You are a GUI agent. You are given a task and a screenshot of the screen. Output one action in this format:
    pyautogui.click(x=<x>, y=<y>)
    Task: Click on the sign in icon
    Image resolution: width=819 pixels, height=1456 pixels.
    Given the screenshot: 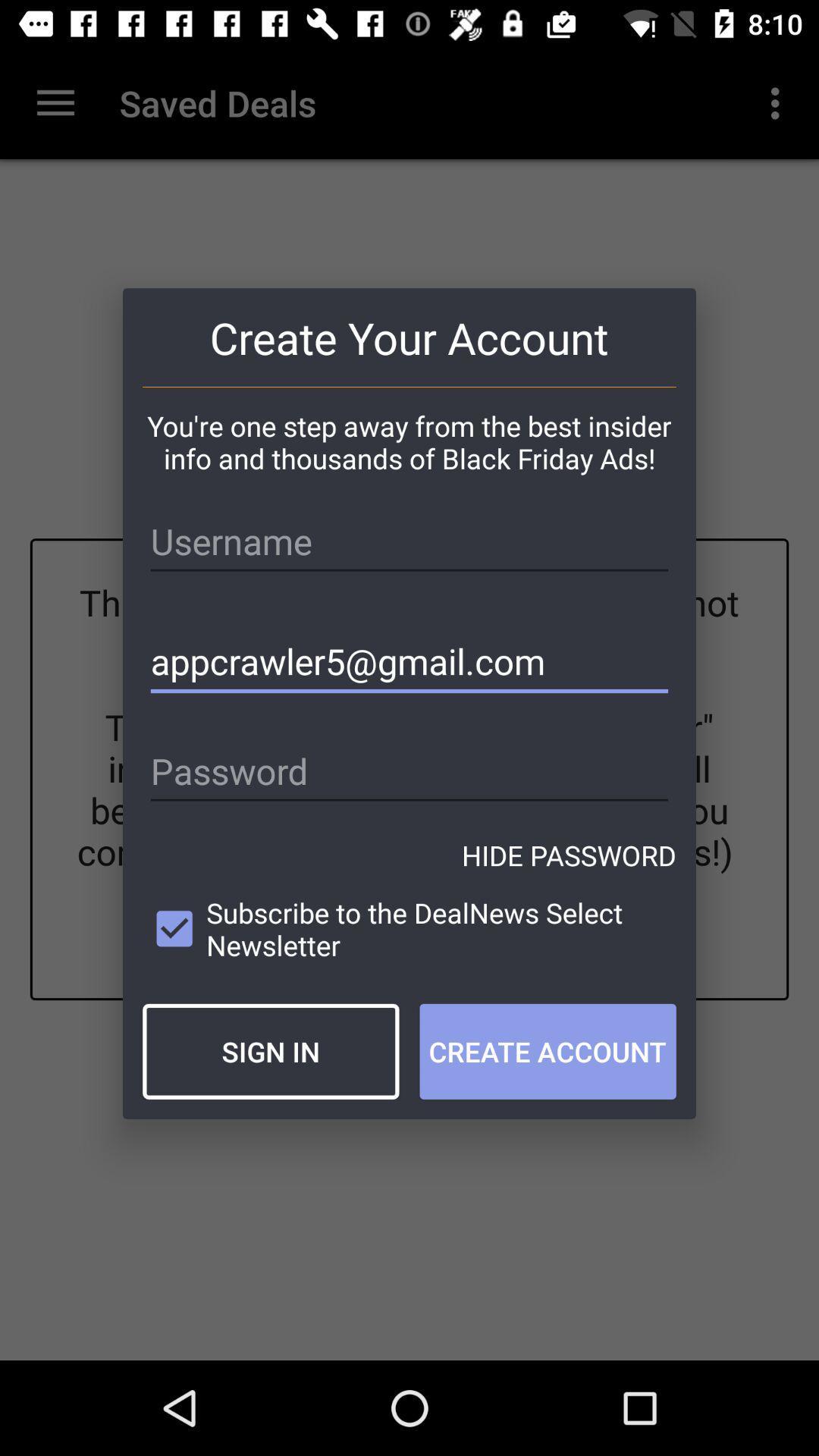 What is the action you would take?
    pyautogui.click(x=270, y=1050)
    